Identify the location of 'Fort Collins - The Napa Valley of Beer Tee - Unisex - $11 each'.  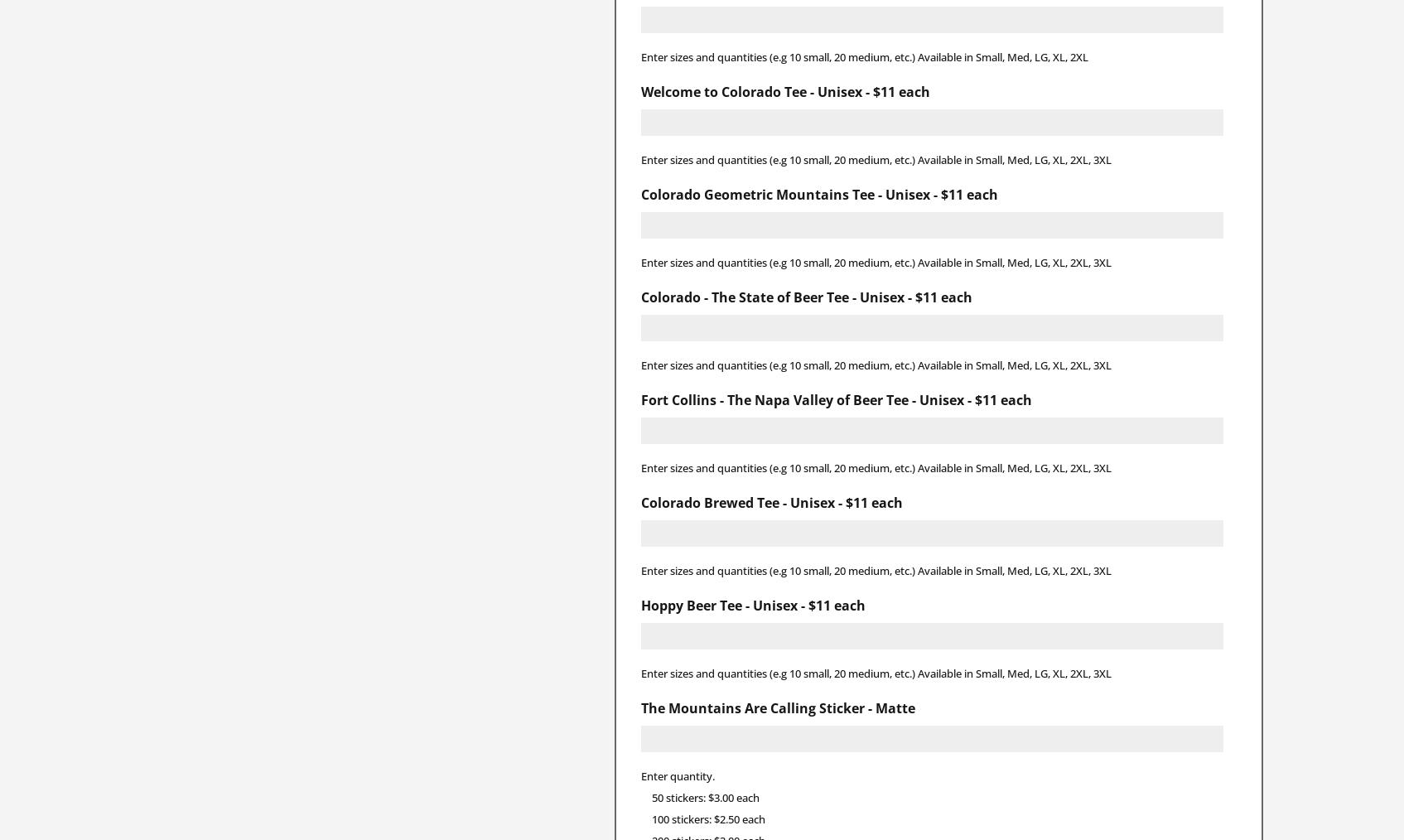
(835, 398).